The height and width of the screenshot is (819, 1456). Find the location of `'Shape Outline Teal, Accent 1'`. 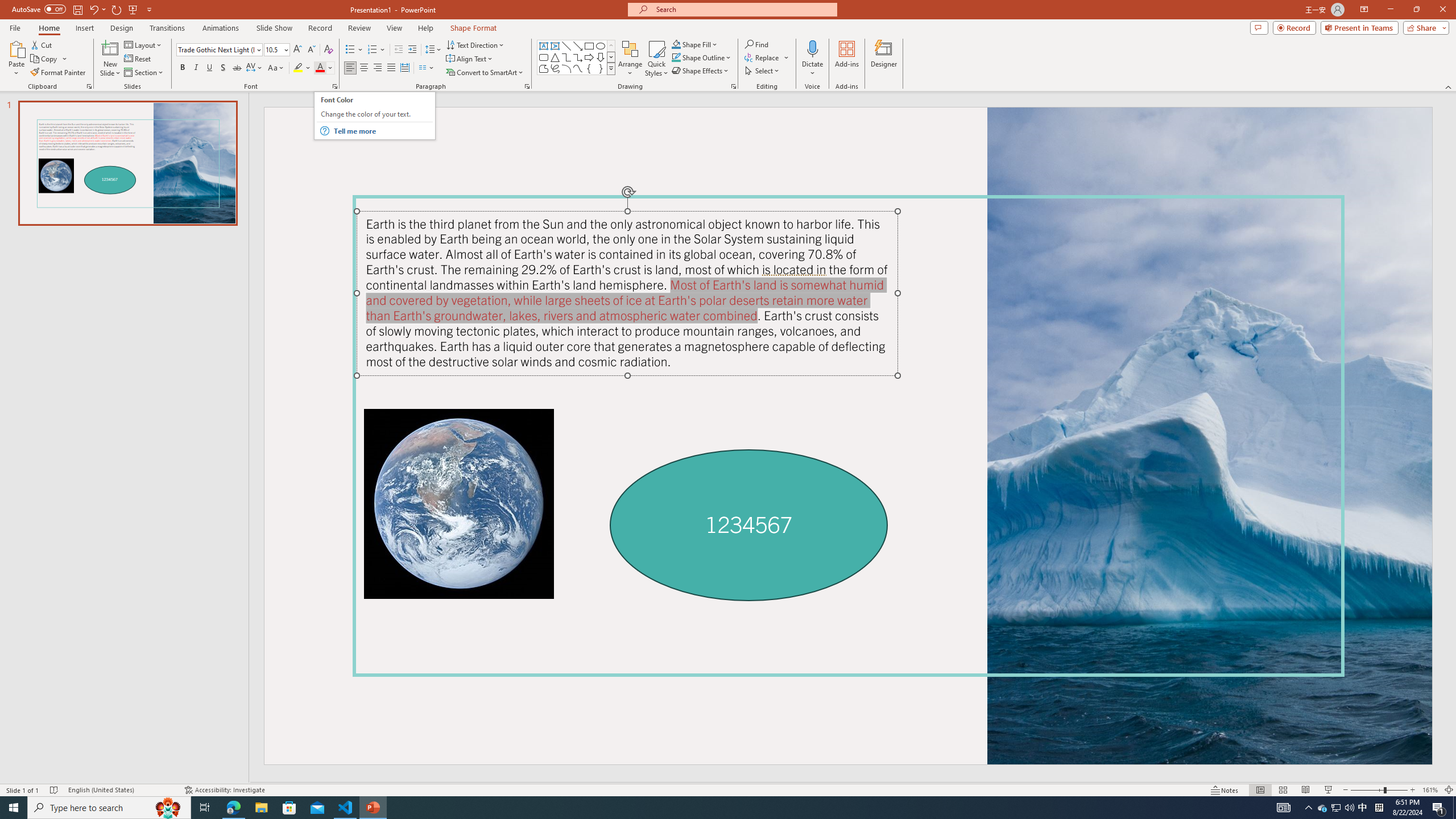

'Shape Outline Teal, Accent 1' is located at coordinates (676, 56).